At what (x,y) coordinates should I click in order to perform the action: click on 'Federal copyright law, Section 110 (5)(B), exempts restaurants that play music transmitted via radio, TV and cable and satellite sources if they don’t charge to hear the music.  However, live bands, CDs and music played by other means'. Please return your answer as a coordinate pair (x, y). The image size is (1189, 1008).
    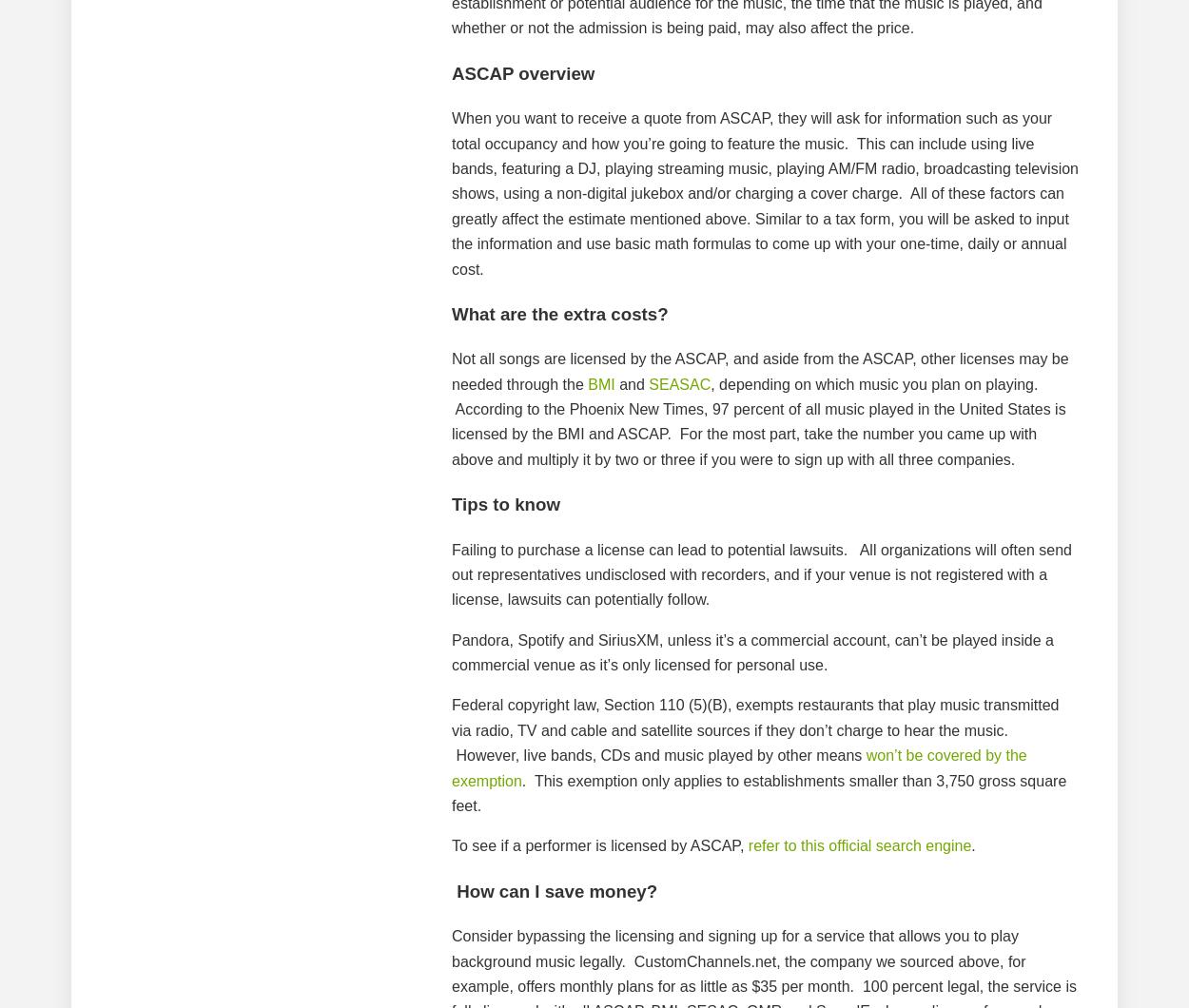
    Looking at the image, I should click on (755, 728).